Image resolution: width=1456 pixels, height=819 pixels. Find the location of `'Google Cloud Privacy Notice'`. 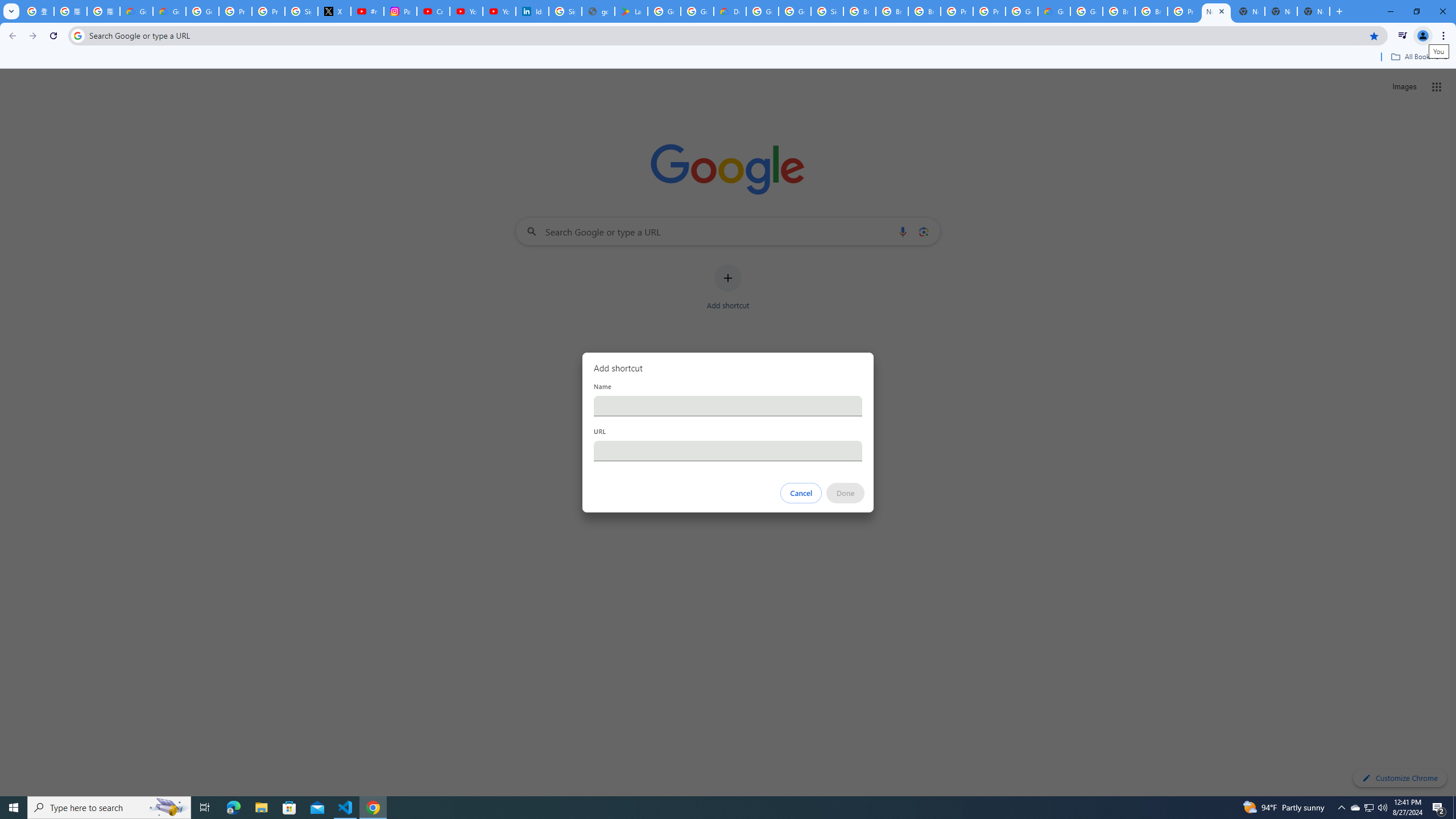

'Google Cloud Privacy Notice' is located at coordinates (136, 11).